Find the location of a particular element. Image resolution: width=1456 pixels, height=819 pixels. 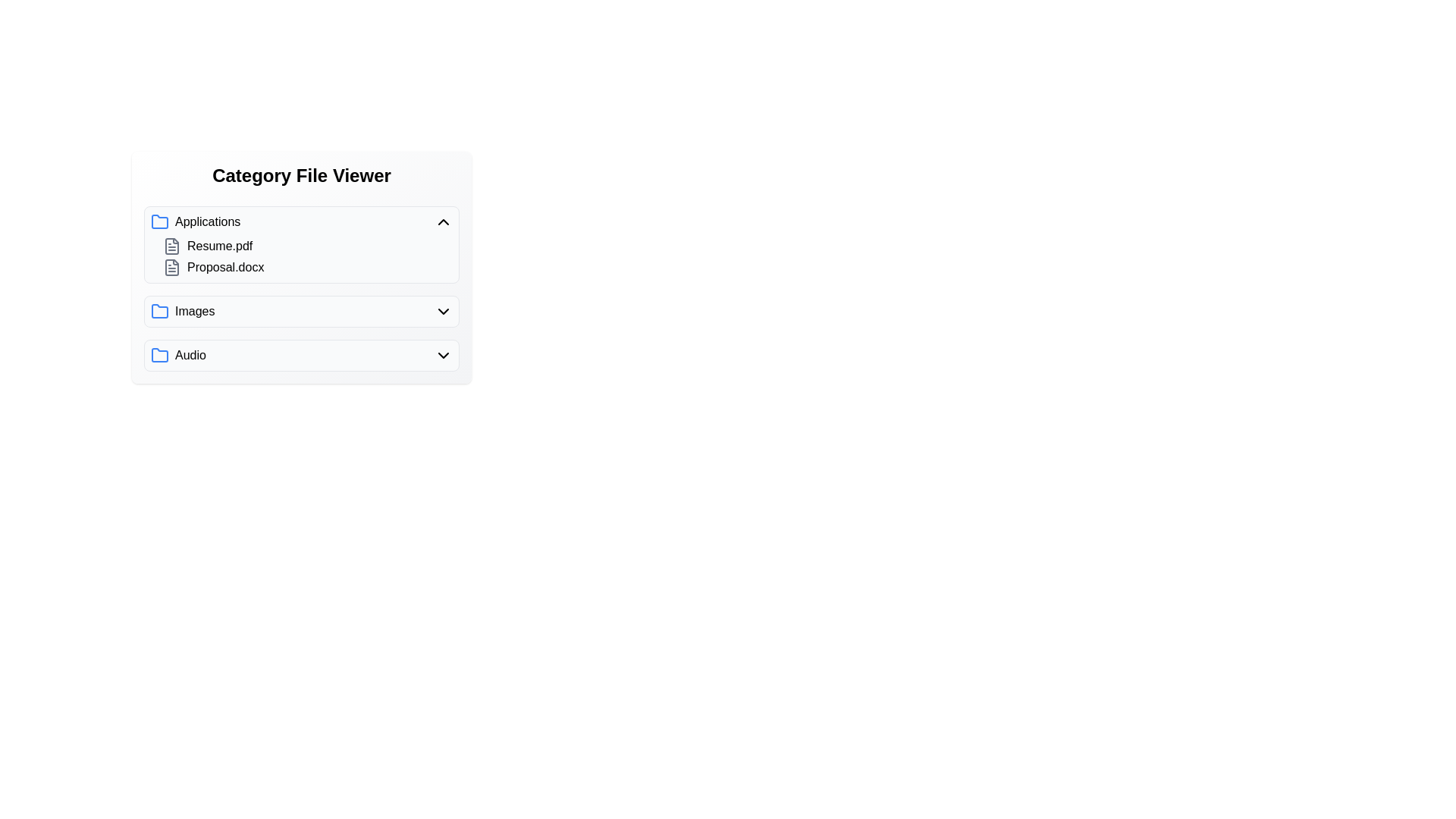

the folder icon of the category Audio to toggle its expansion is located at coordinates (160, 356).